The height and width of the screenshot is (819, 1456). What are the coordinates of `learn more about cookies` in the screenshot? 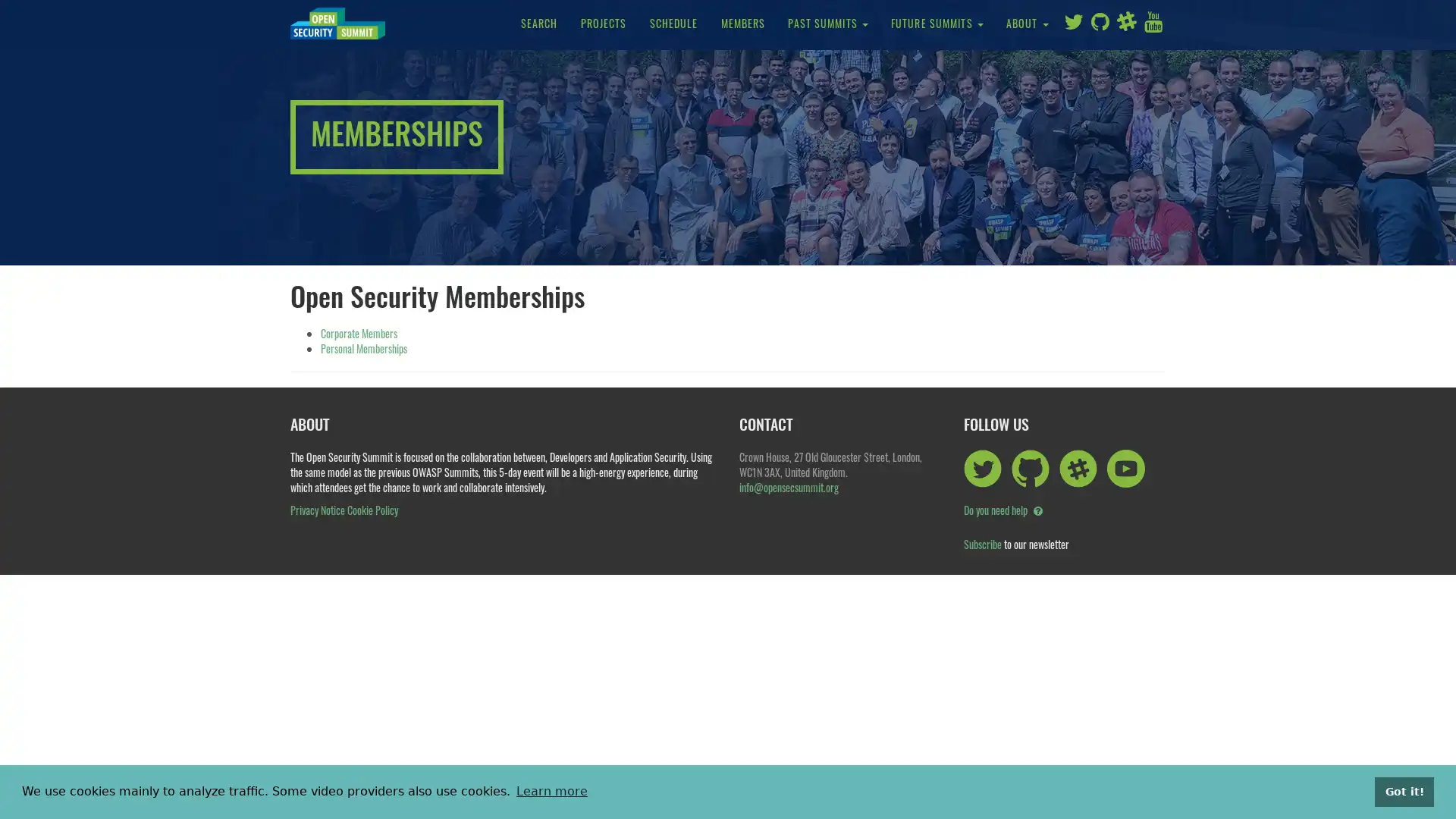 It's located at (551, 791).